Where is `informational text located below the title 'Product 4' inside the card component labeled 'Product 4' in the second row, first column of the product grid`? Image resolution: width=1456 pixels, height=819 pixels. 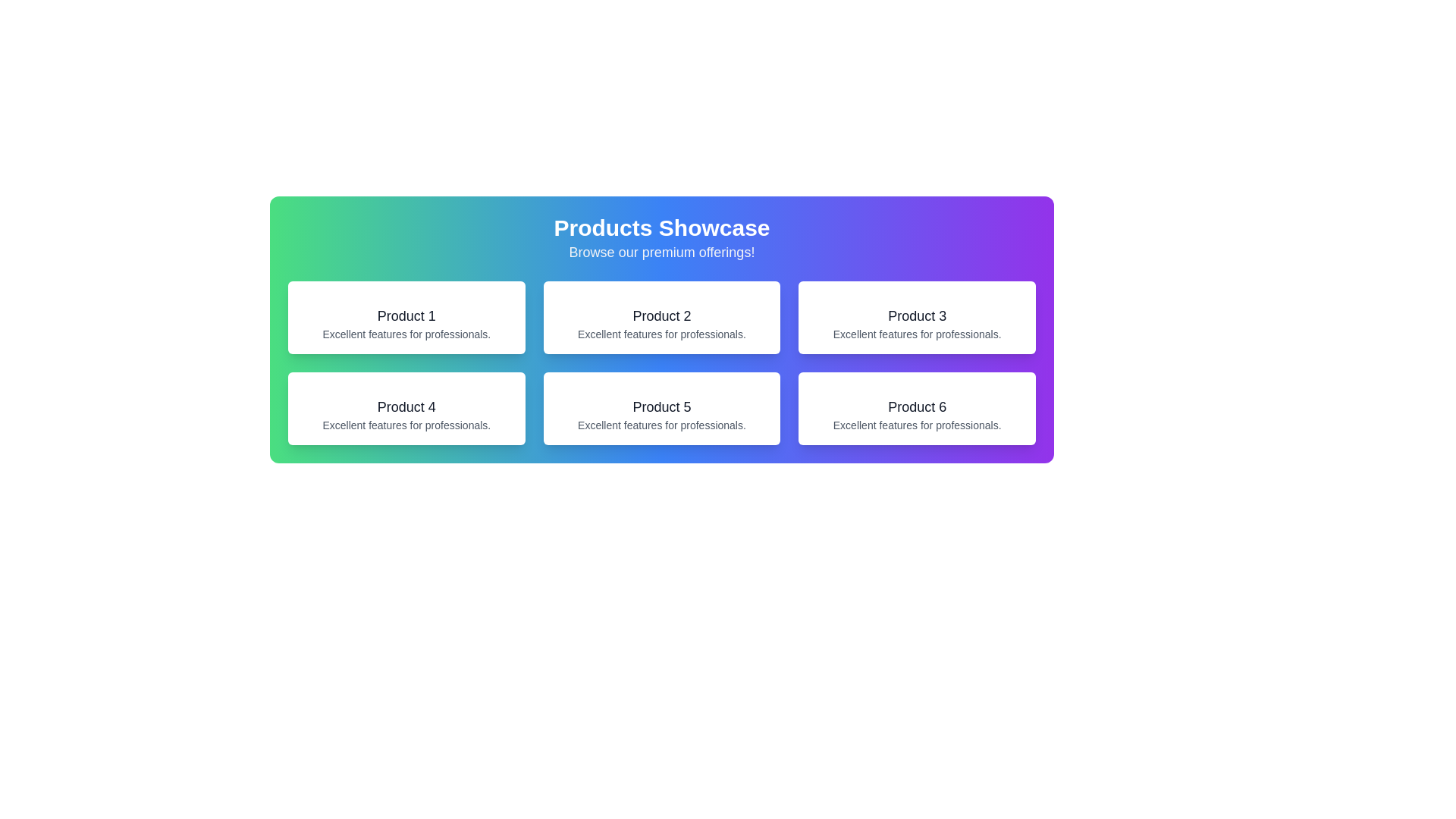 informational text located below the title 'Product 4' inside the card component labeled 'Product 4' in the second row, first column of the product grid is located at coordinates (406, 425).